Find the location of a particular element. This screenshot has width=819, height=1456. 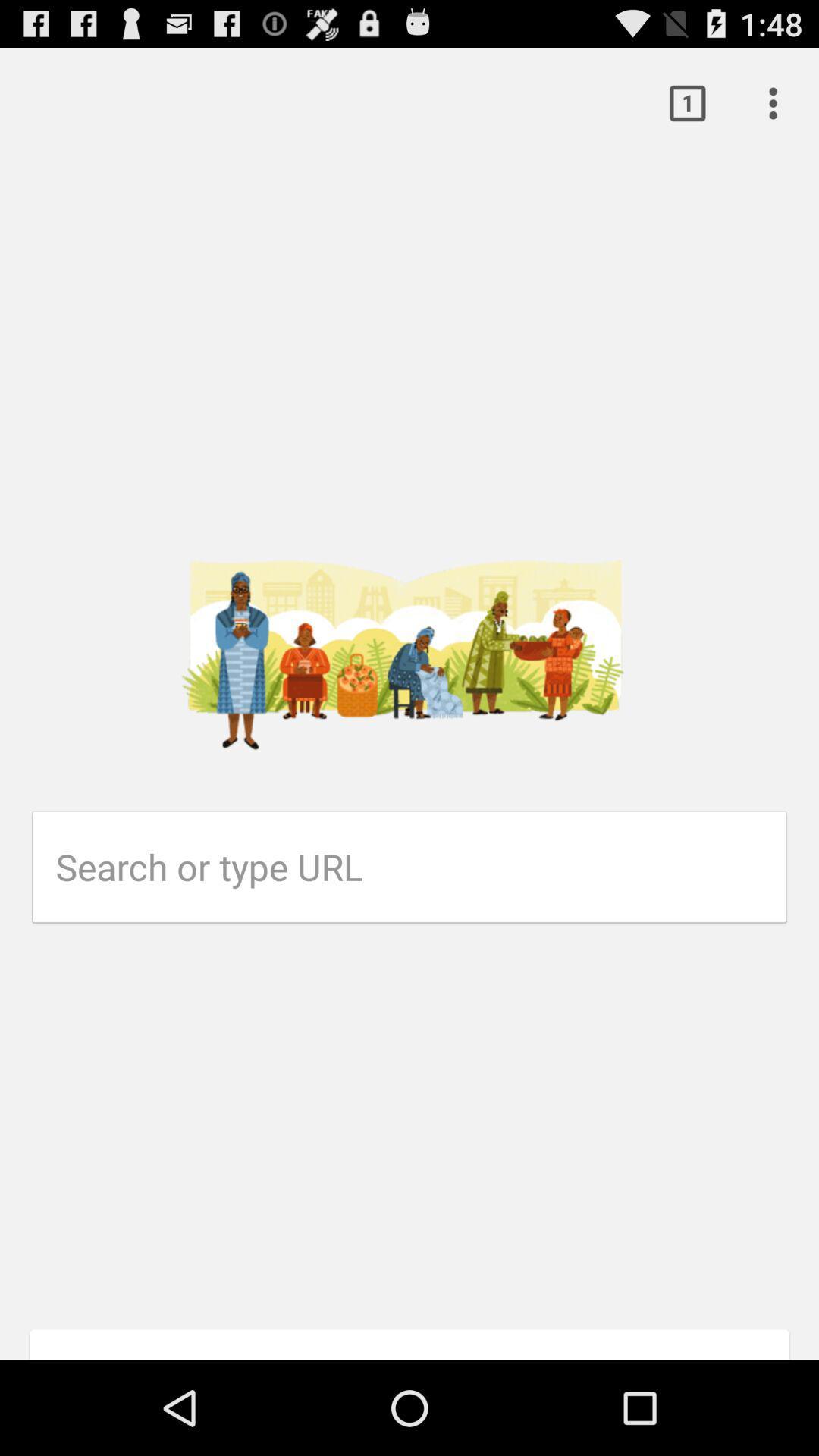

url is located at coordinates (421, 867).